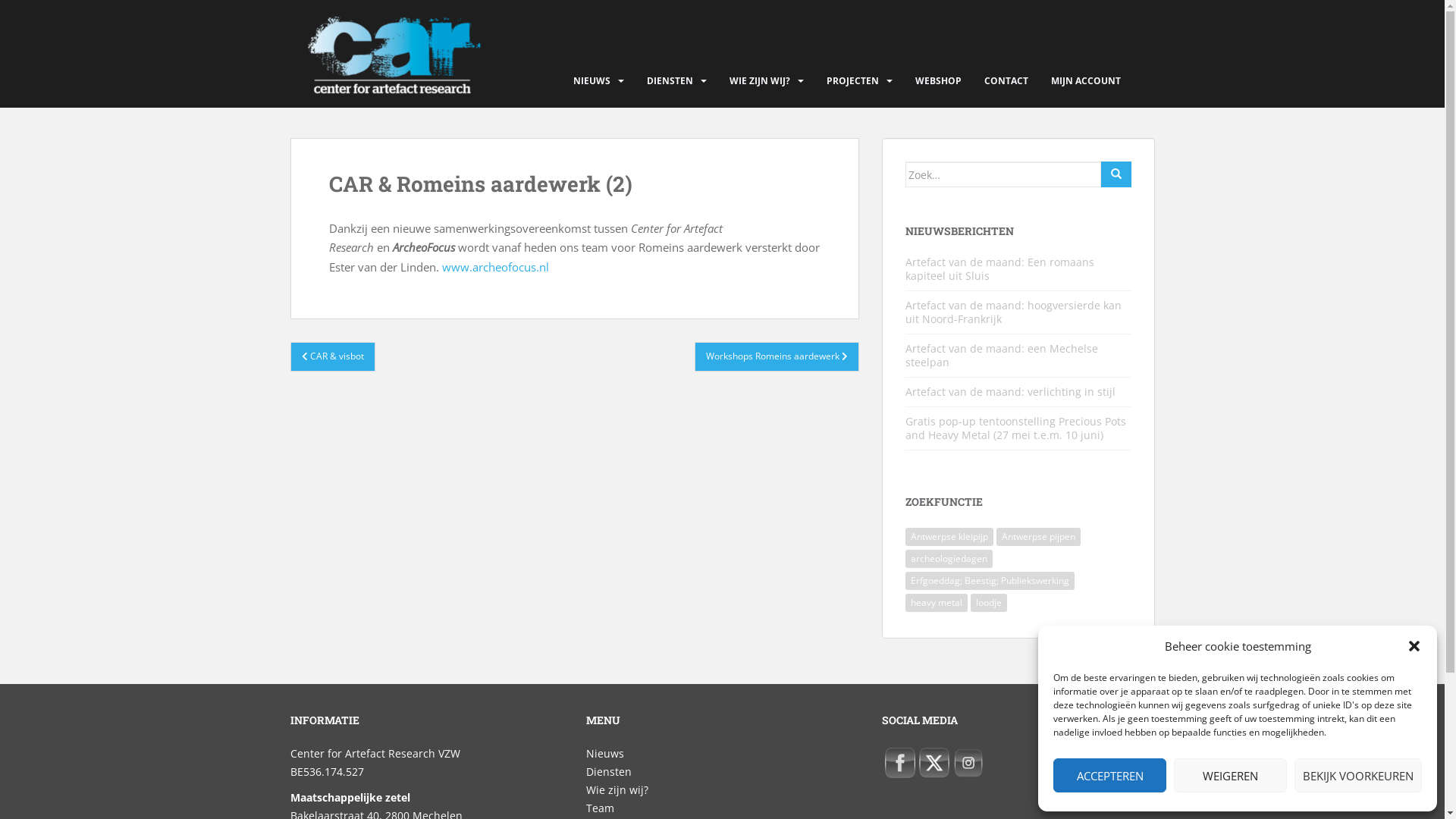  I want to click on 'PROJECTEN', so click(852, 81).